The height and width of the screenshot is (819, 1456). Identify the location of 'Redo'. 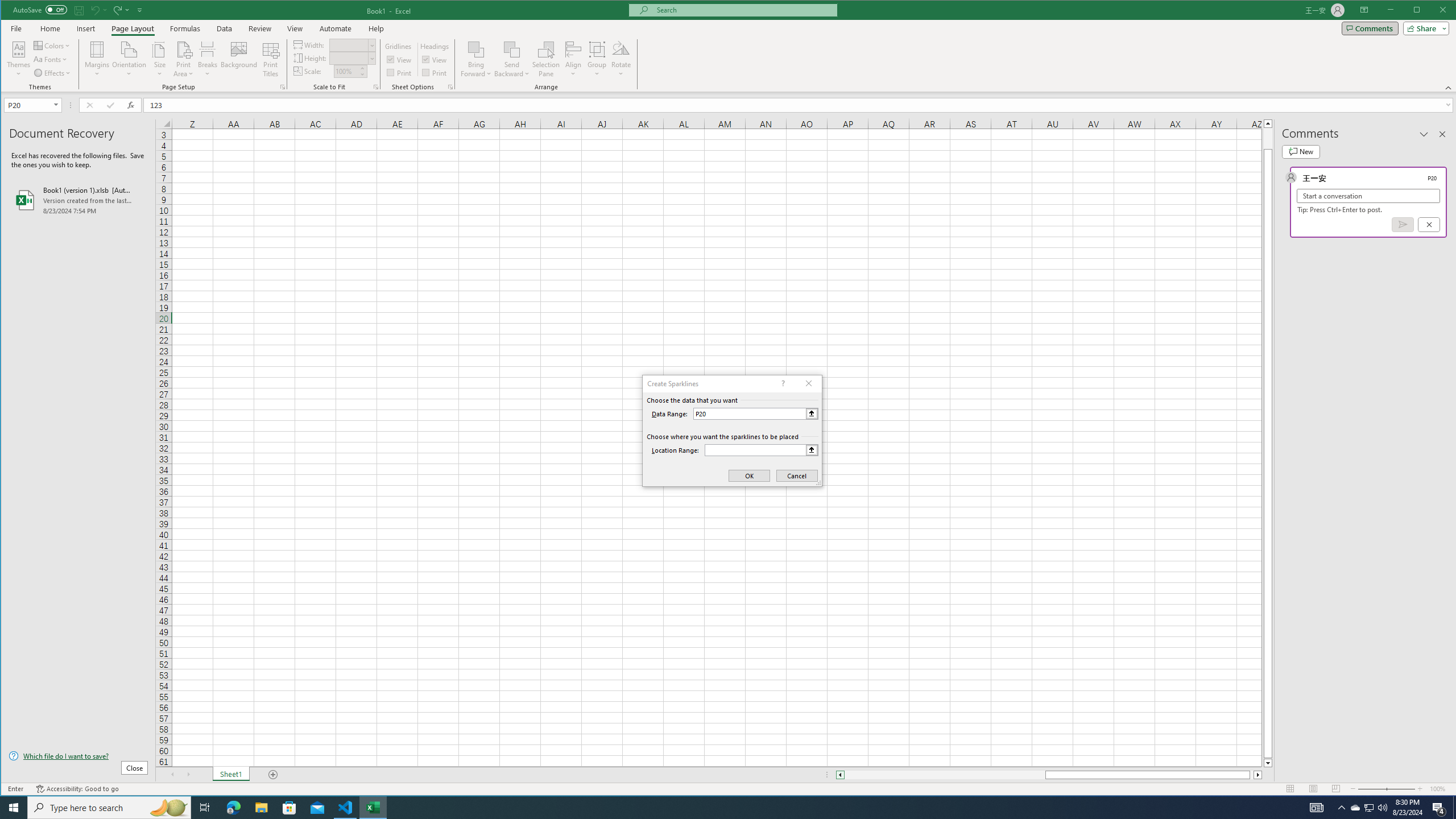
(115, 9).